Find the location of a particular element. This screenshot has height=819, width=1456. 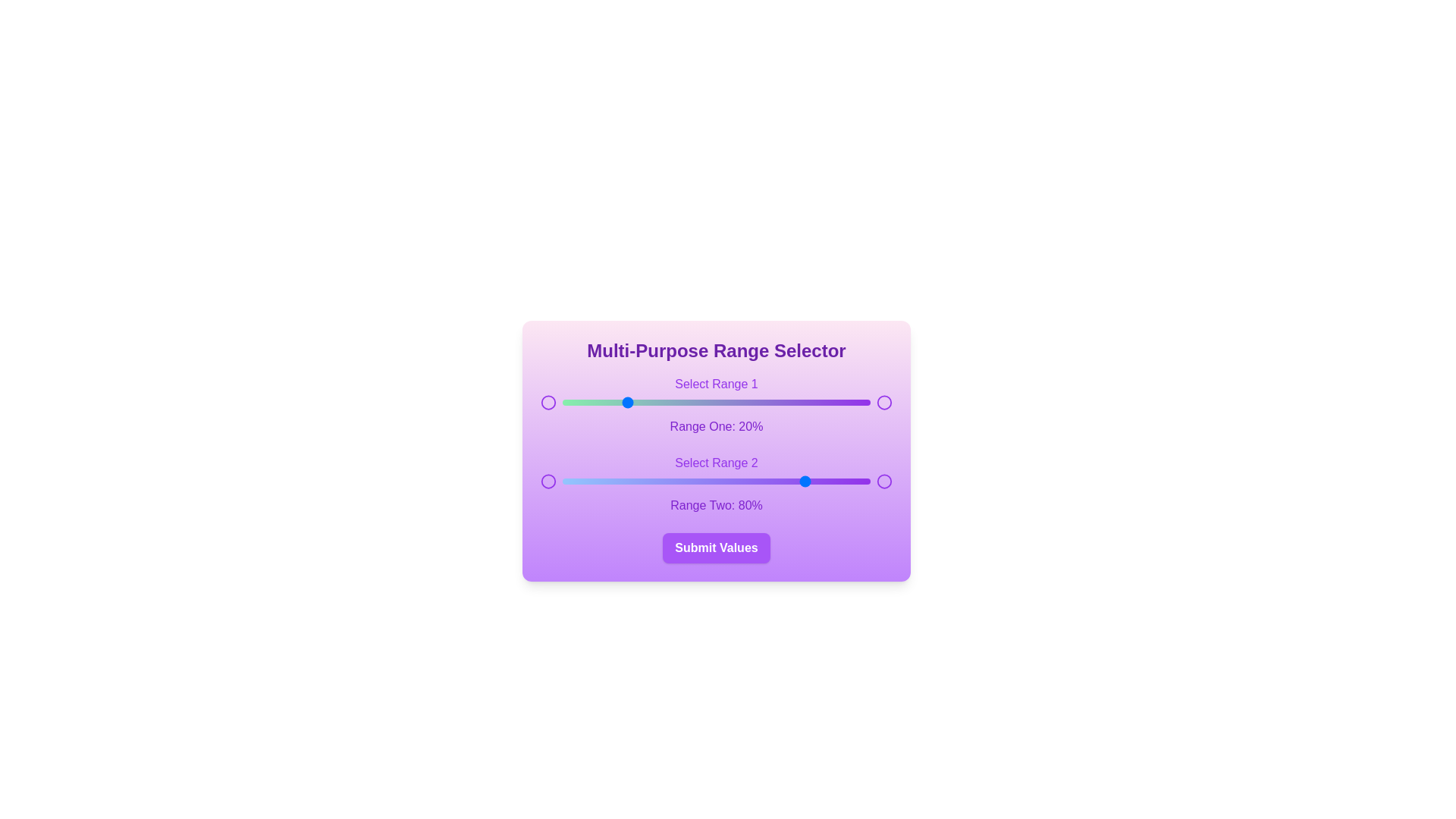

the first range slider to 11% is located at coordinates (595, 402).